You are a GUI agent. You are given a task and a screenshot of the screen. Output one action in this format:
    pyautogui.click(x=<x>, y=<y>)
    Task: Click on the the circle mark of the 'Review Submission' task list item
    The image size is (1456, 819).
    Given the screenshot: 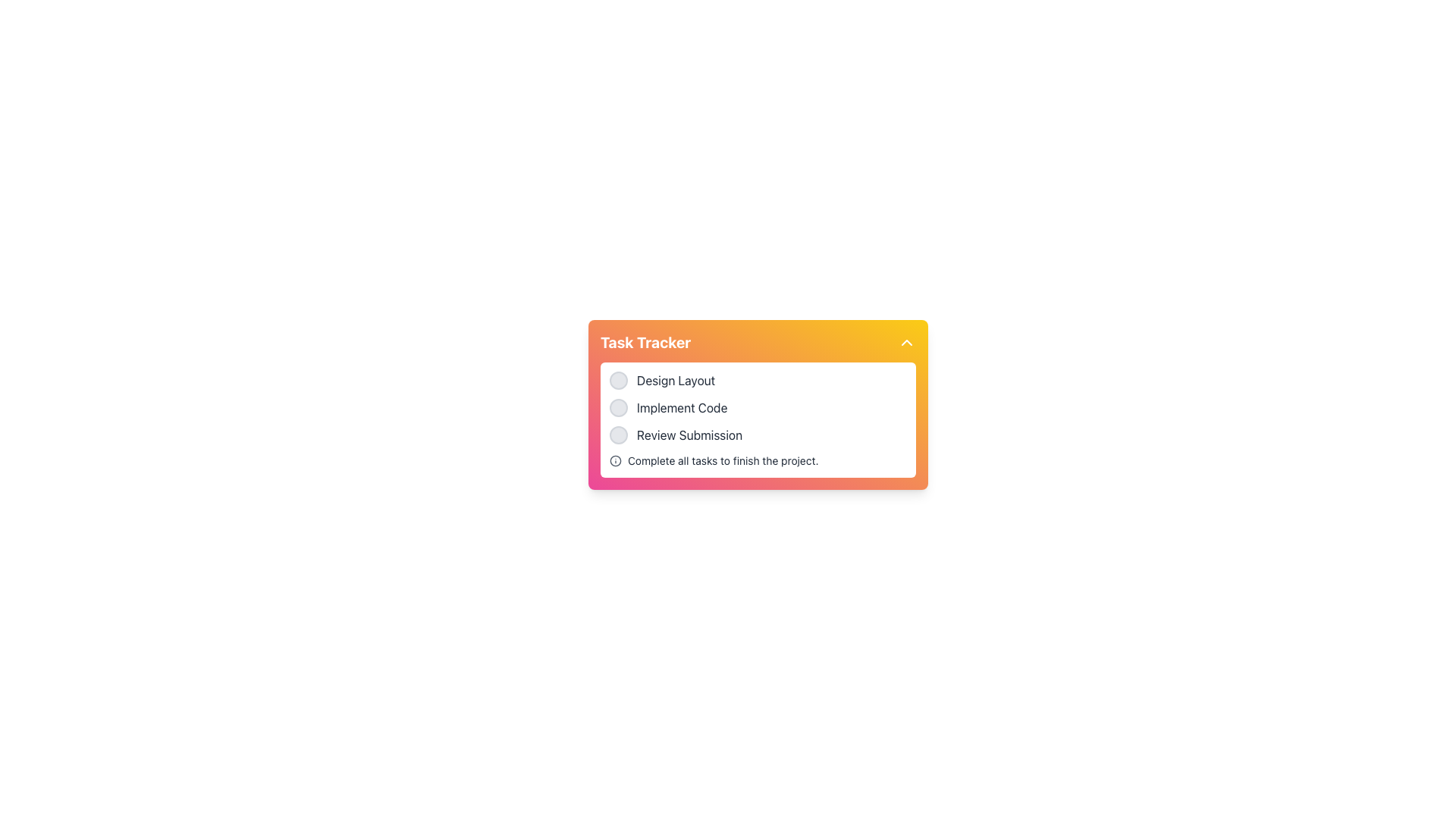 What is the action you would take?
    pyautogui.click(x=758, y=435)
    